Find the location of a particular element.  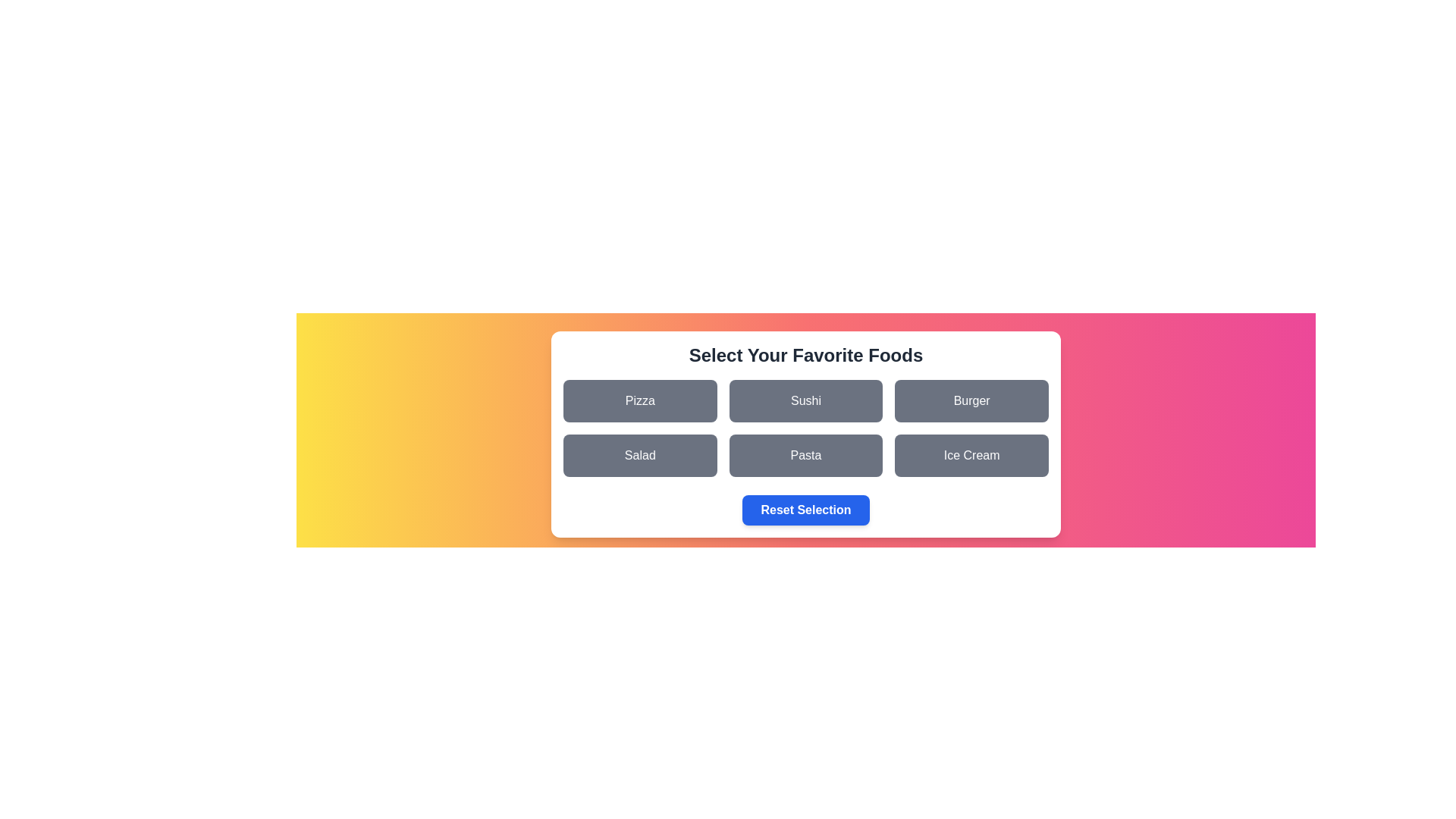

the food item Ice Cream is located at coordinates (971, 455).